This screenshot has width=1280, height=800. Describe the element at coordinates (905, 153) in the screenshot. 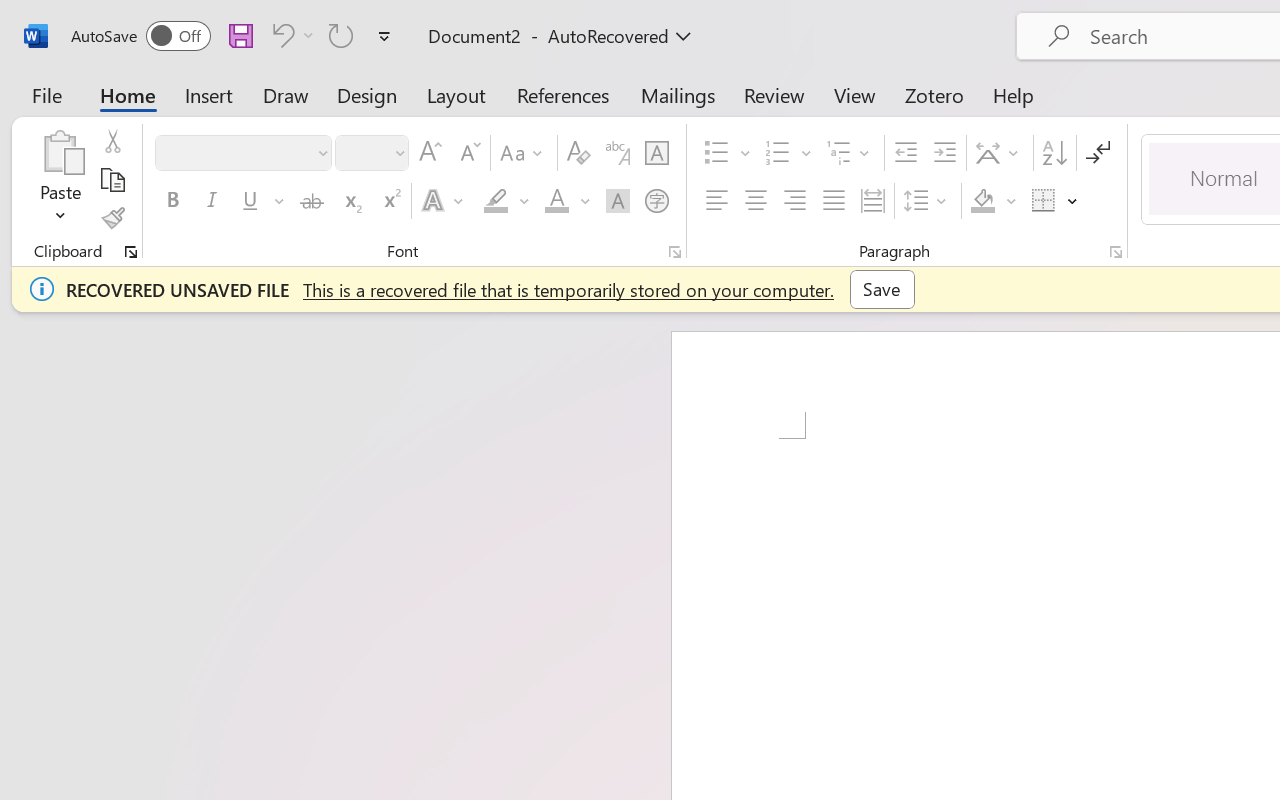

I see `'Decrease Indent'` at that location.